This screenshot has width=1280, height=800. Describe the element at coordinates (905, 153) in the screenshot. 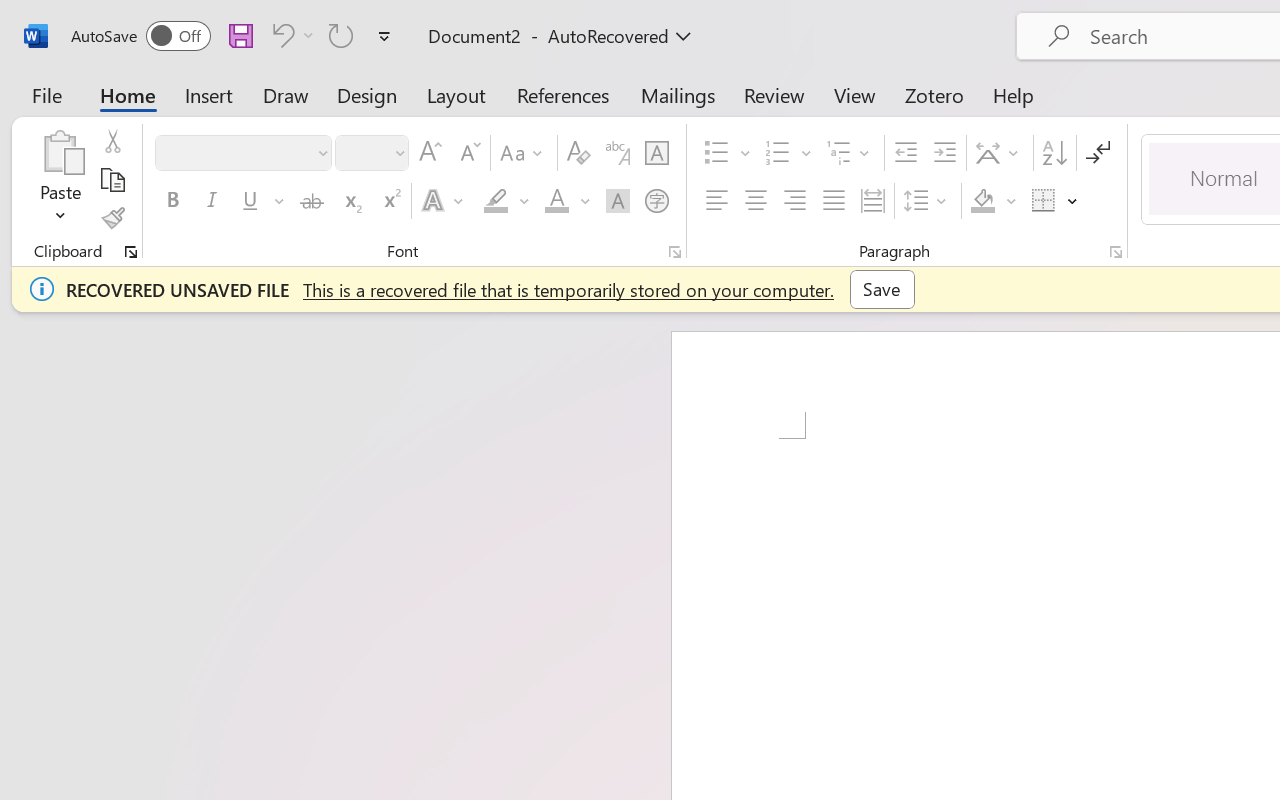

I see `'Decrease Indent'` at that location.